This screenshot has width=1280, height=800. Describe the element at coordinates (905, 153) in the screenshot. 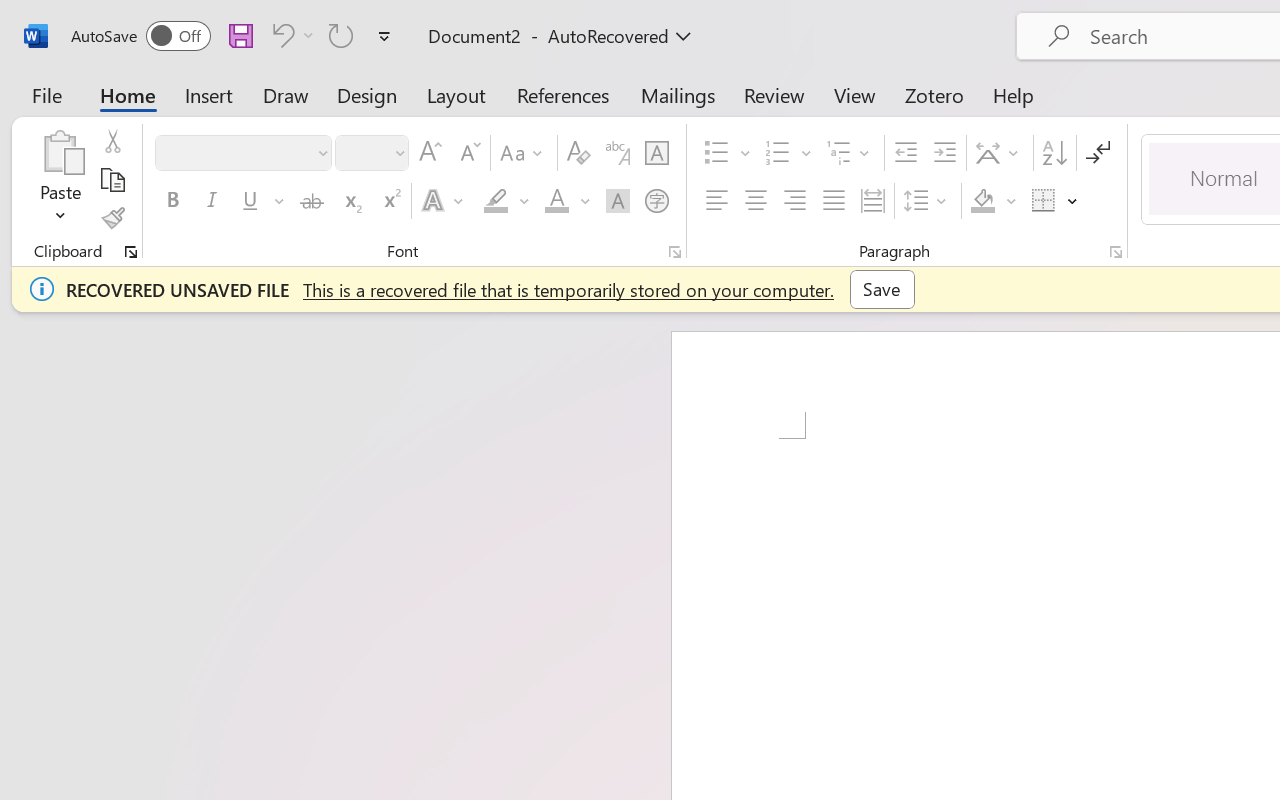

I see `'Decrease Indent'` at that location.